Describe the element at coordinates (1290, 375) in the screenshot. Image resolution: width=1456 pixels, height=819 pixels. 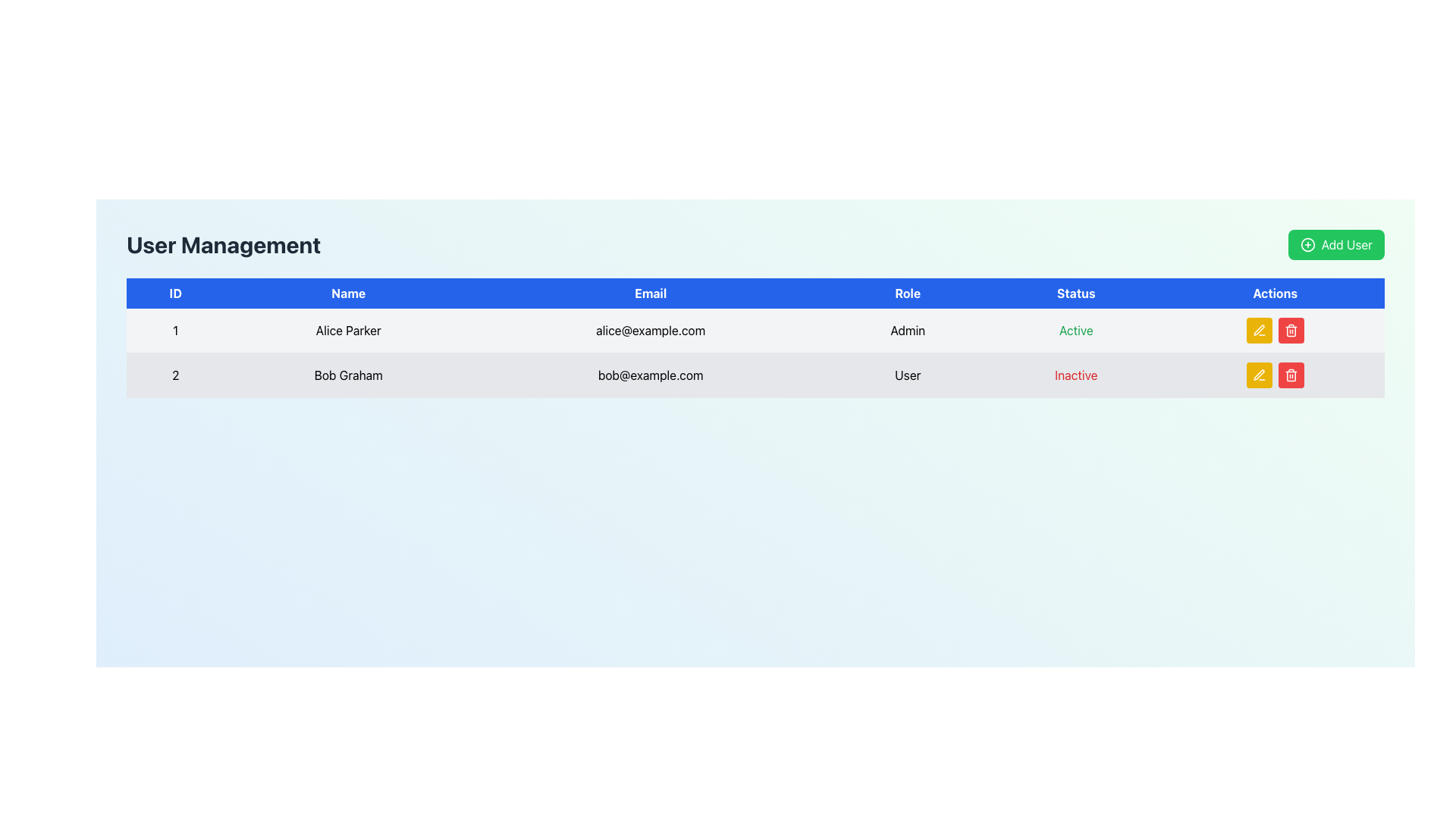
I see `the delete button located at the far right of the row under the 'Actions' column for the user 'Bob Graham'` at that location.